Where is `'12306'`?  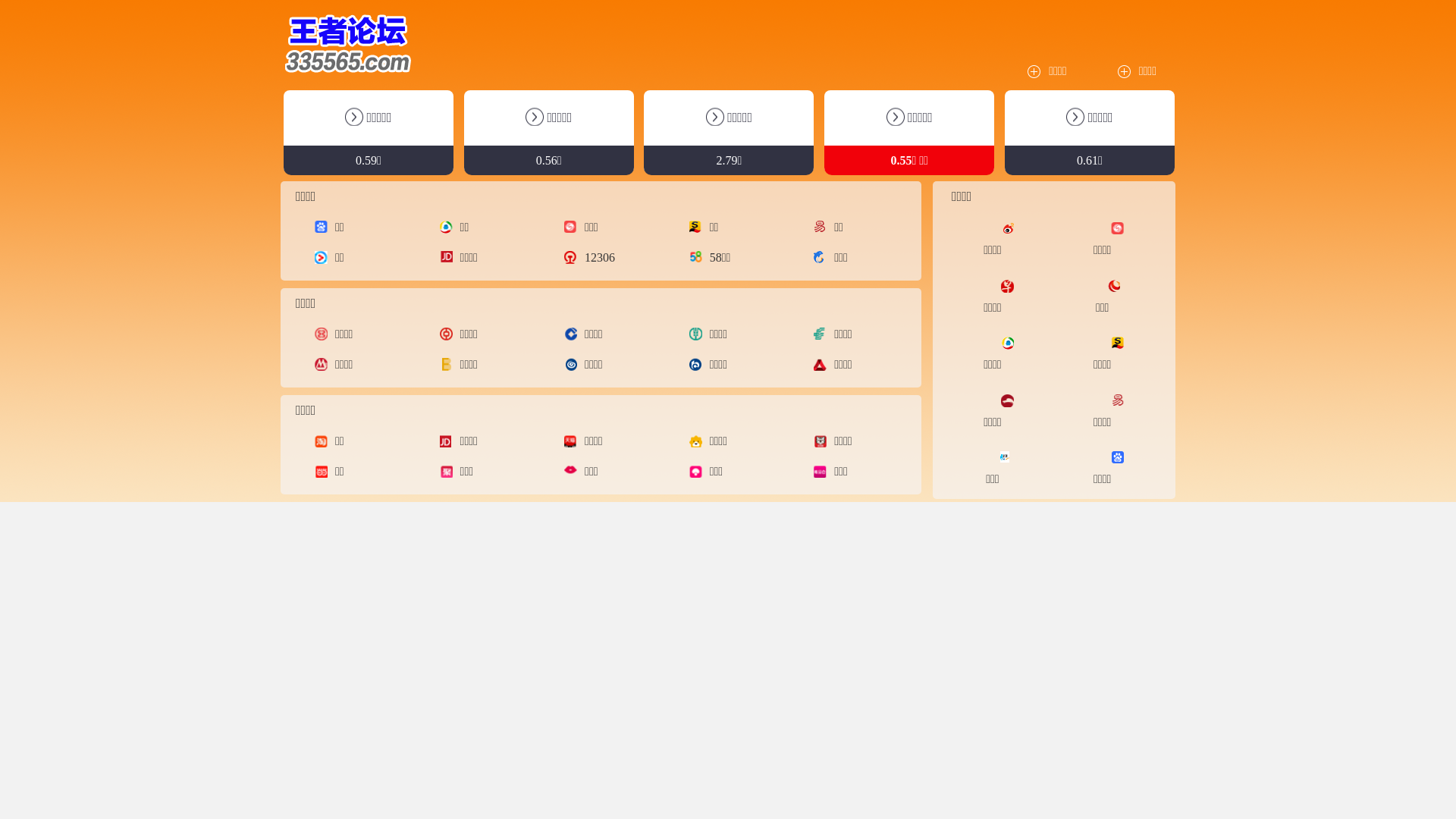
'12306' is located at coordinates (570, 256).